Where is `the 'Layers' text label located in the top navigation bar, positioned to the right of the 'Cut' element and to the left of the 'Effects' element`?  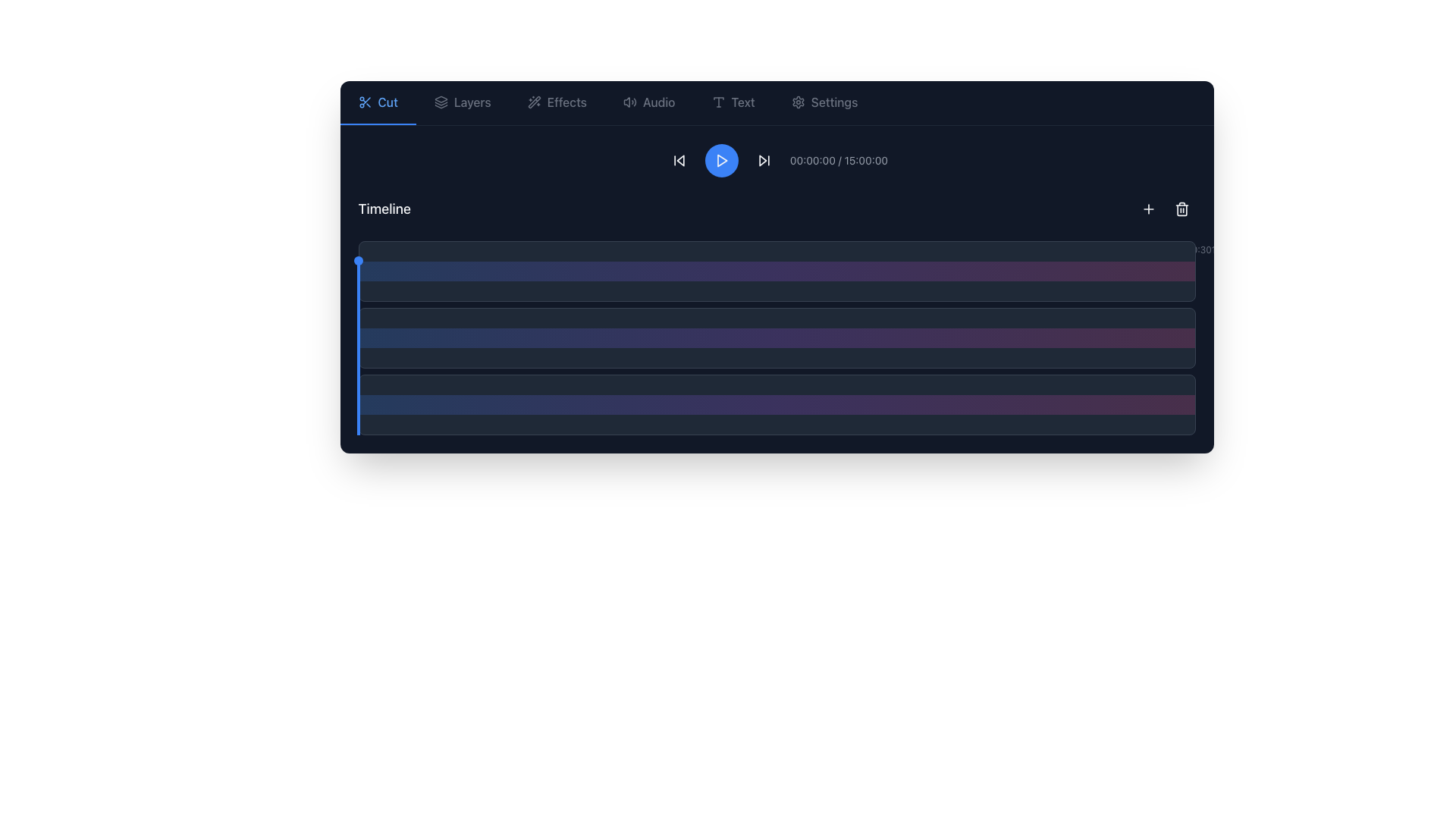
the 'Layers' text label located in the top navigation bar, positioned to the right of the 'Cut' element and to the left of the 'Effects' element is located at coordinates (472, 102).